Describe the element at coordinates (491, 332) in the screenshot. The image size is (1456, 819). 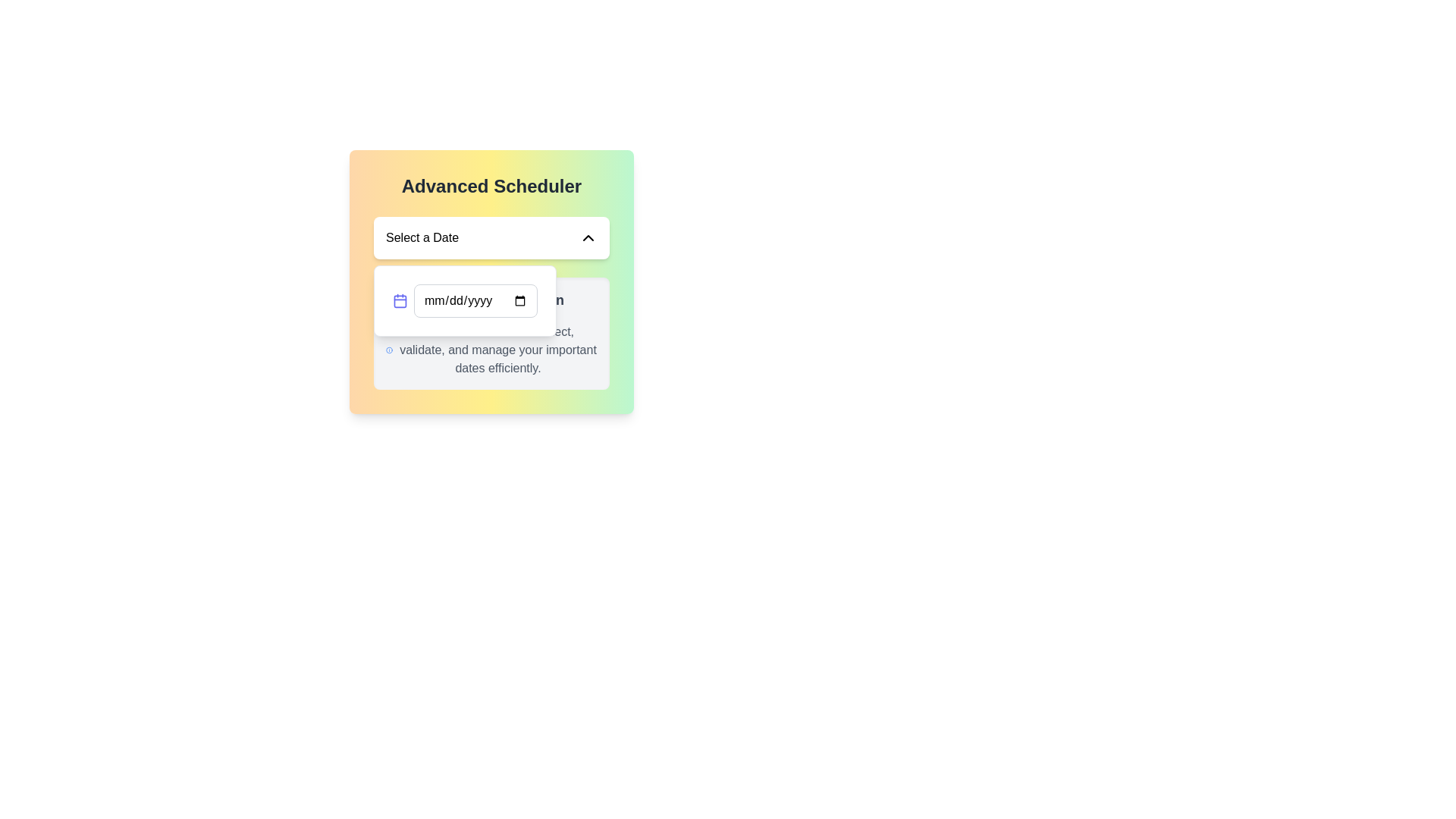
I see `the Informational Card that provides guidance on using the scheduler feature, located within the 'Advanced Scheduler' section beneath the 'Select a Date' input area` at that location.